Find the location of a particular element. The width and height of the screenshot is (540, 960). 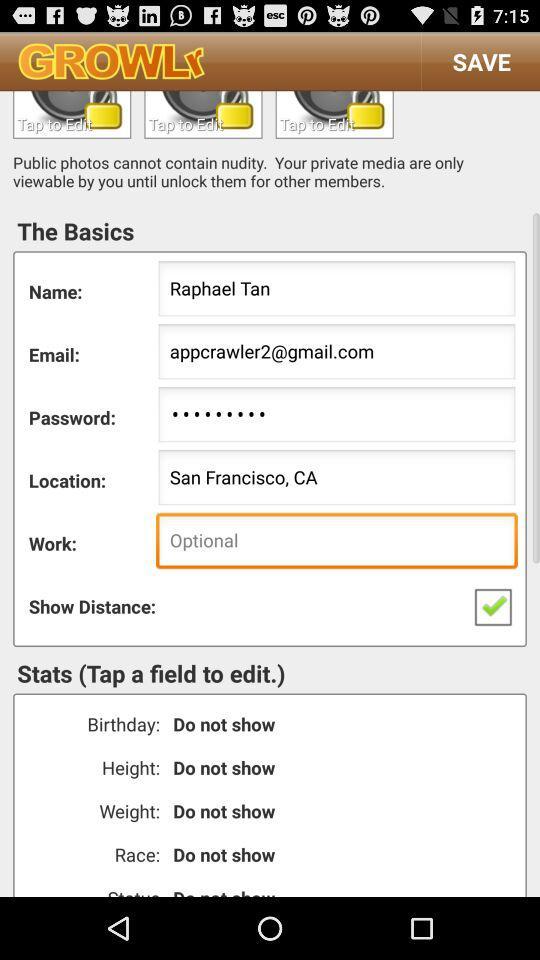

edit options is located at coordinates (71, 114).